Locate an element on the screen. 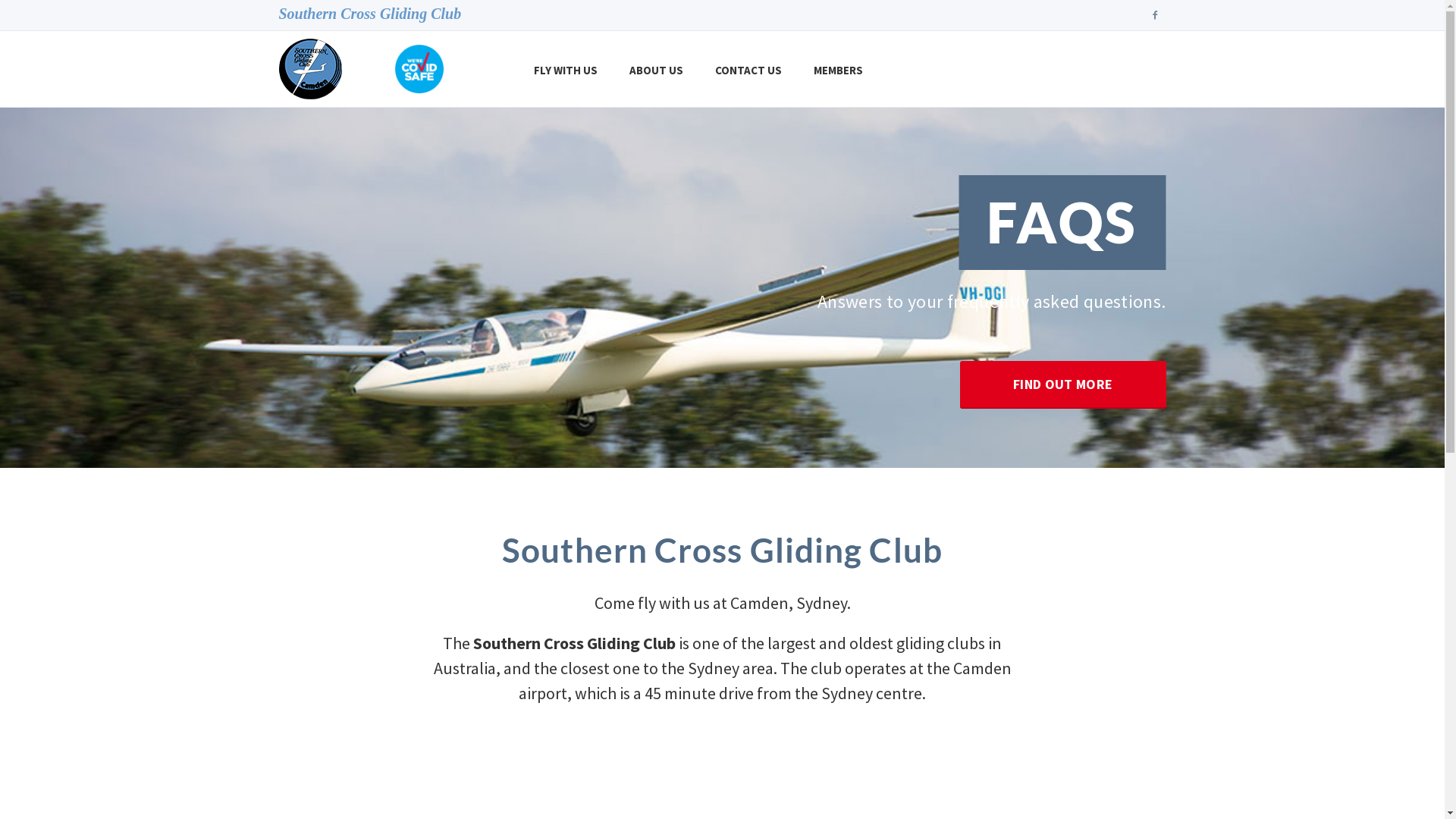  'FLY WITH US' is located at coordinates (564, 69).